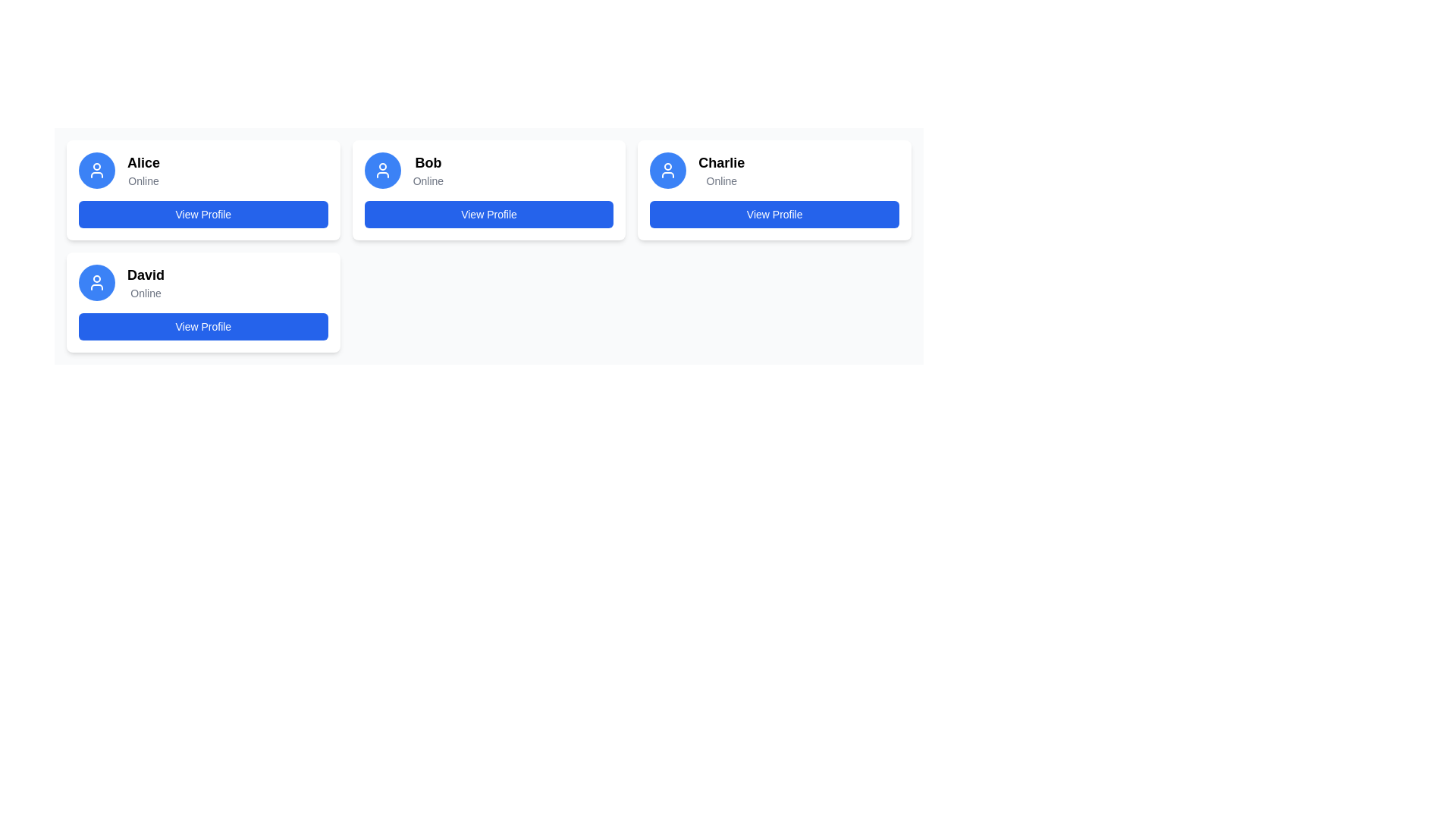 This screenshot has height=819, width=1456. I want to click on the Text Display that shows 'David' in bold and 'Online' in soft gray, which is located in the third profile card of the second row, positioned to the right of an avatar icon, so click(146, 283).